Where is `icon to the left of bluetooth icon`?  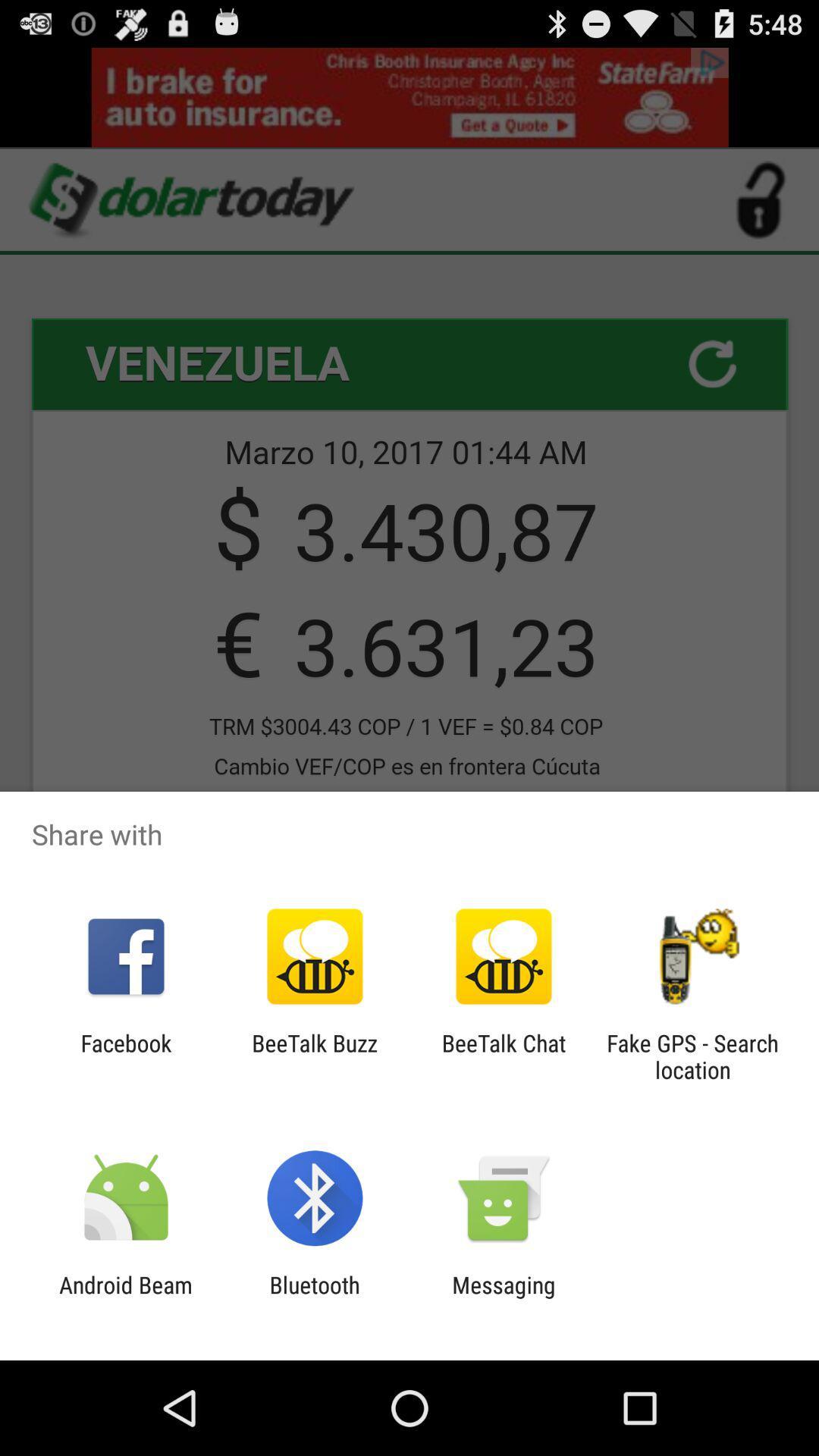 icon to the left of bluetooth icon is located at coordinates (125, 1298).